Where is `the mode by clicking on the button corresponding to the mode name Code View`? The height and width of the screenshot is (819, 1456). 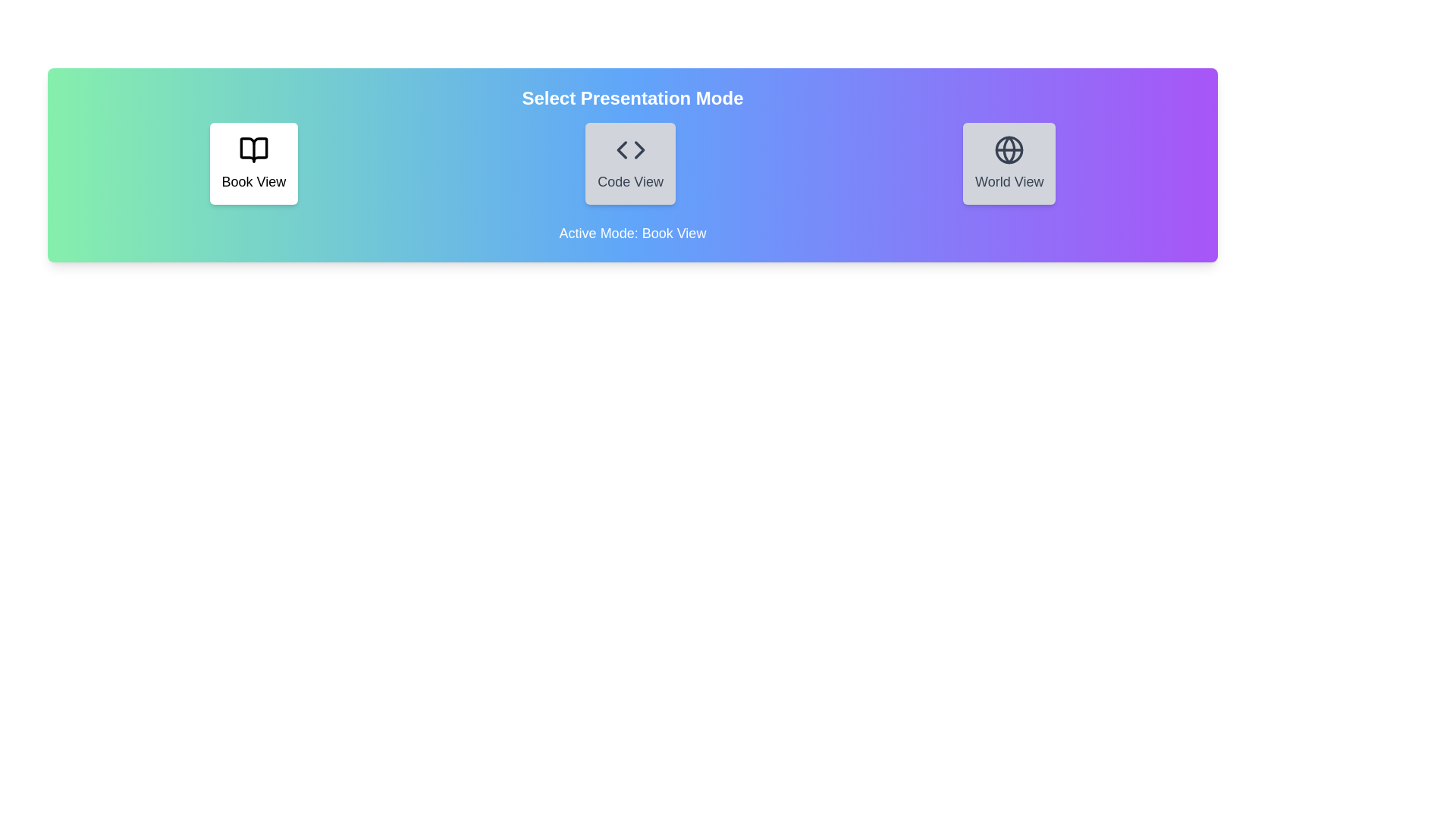
the mode by clicking on the button corresponding to the mode name Code View is located at coordinates (630, 164).